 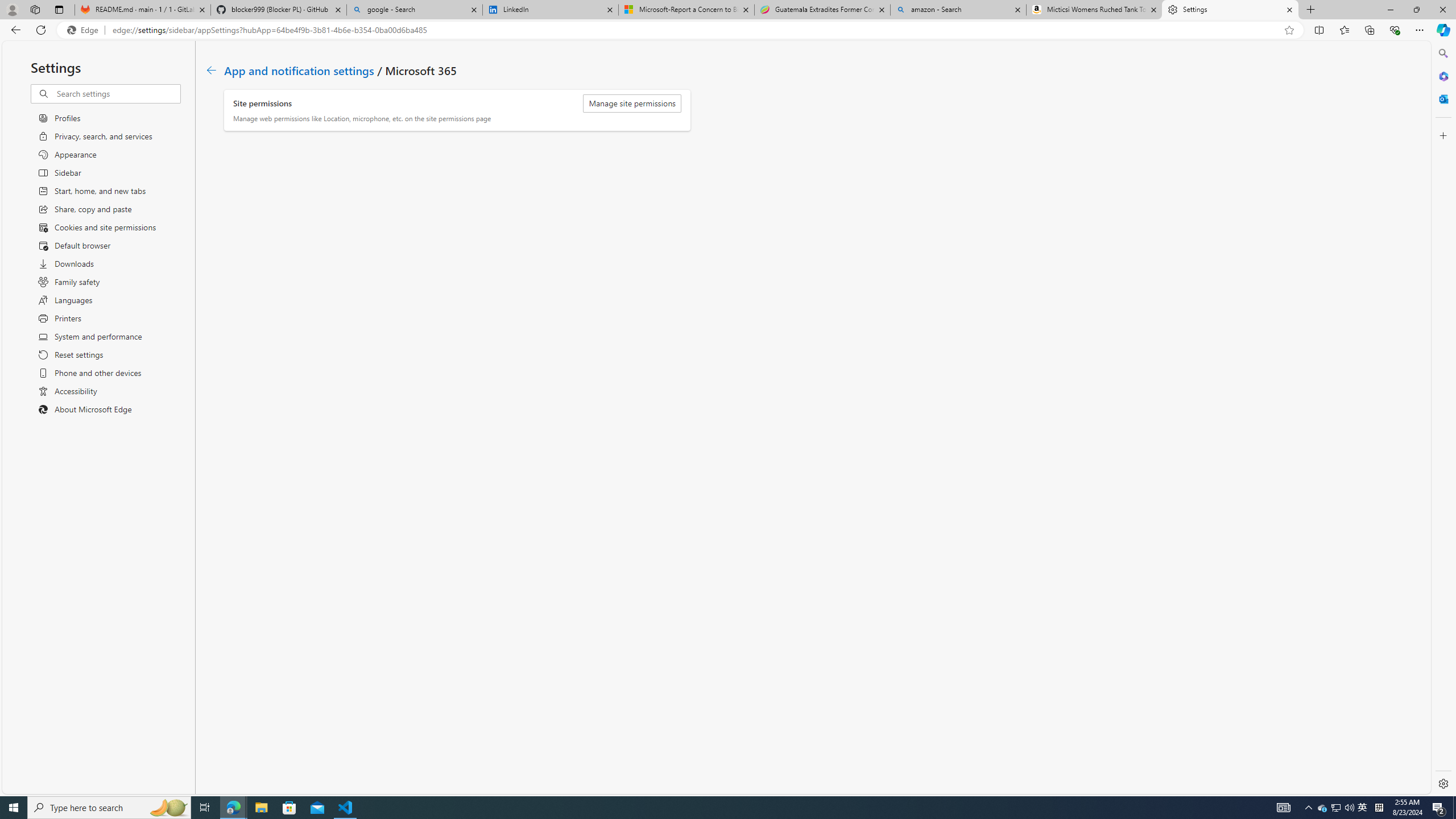 What do you see at coordinates (685, 9) in the screenshot?
I see `'Microsoft-Report a Concern to Bing'` at bounding box center [685, 9].